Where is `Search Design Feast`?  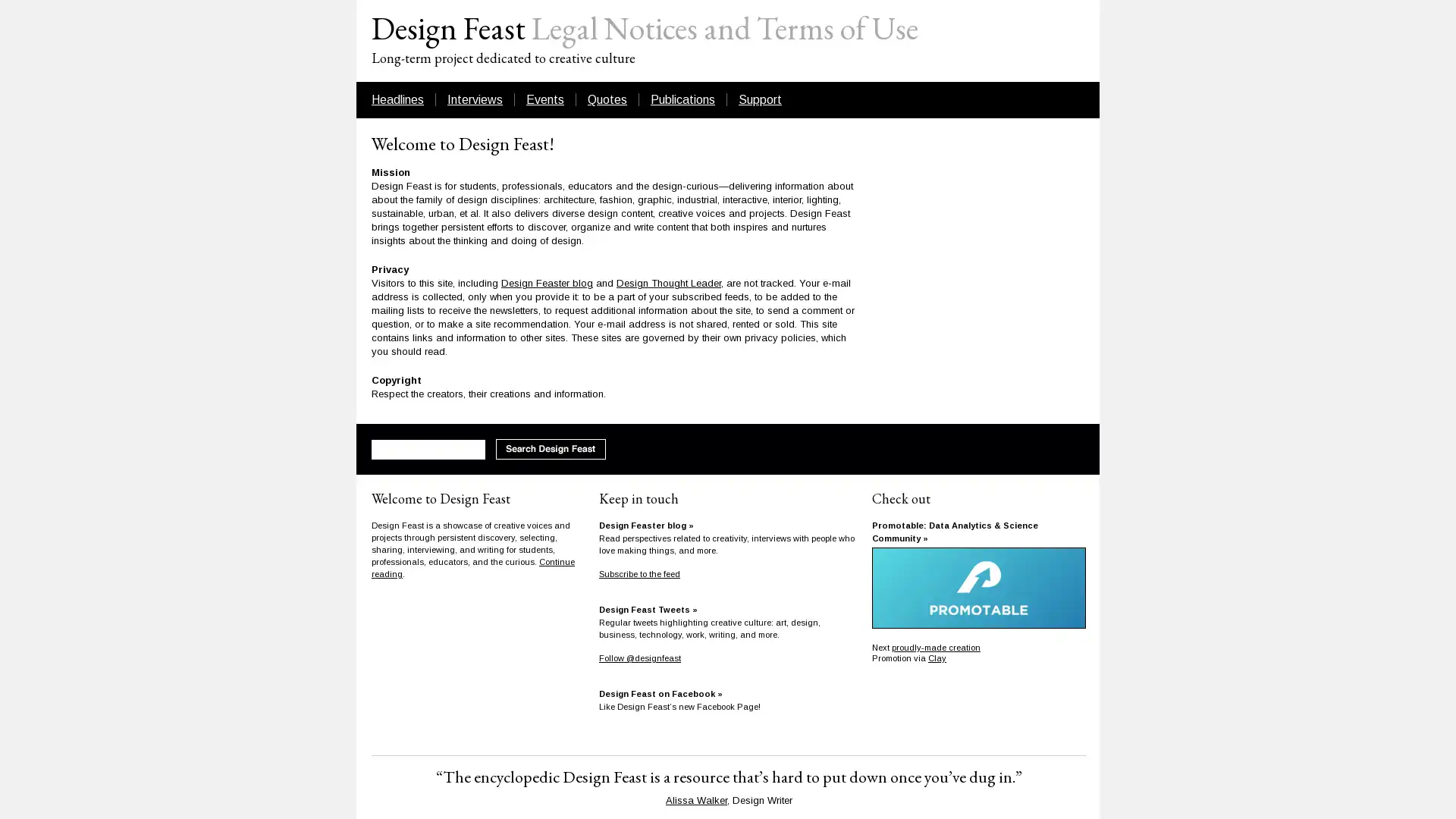 Search Design Feast is located at coordinates (550, 448).